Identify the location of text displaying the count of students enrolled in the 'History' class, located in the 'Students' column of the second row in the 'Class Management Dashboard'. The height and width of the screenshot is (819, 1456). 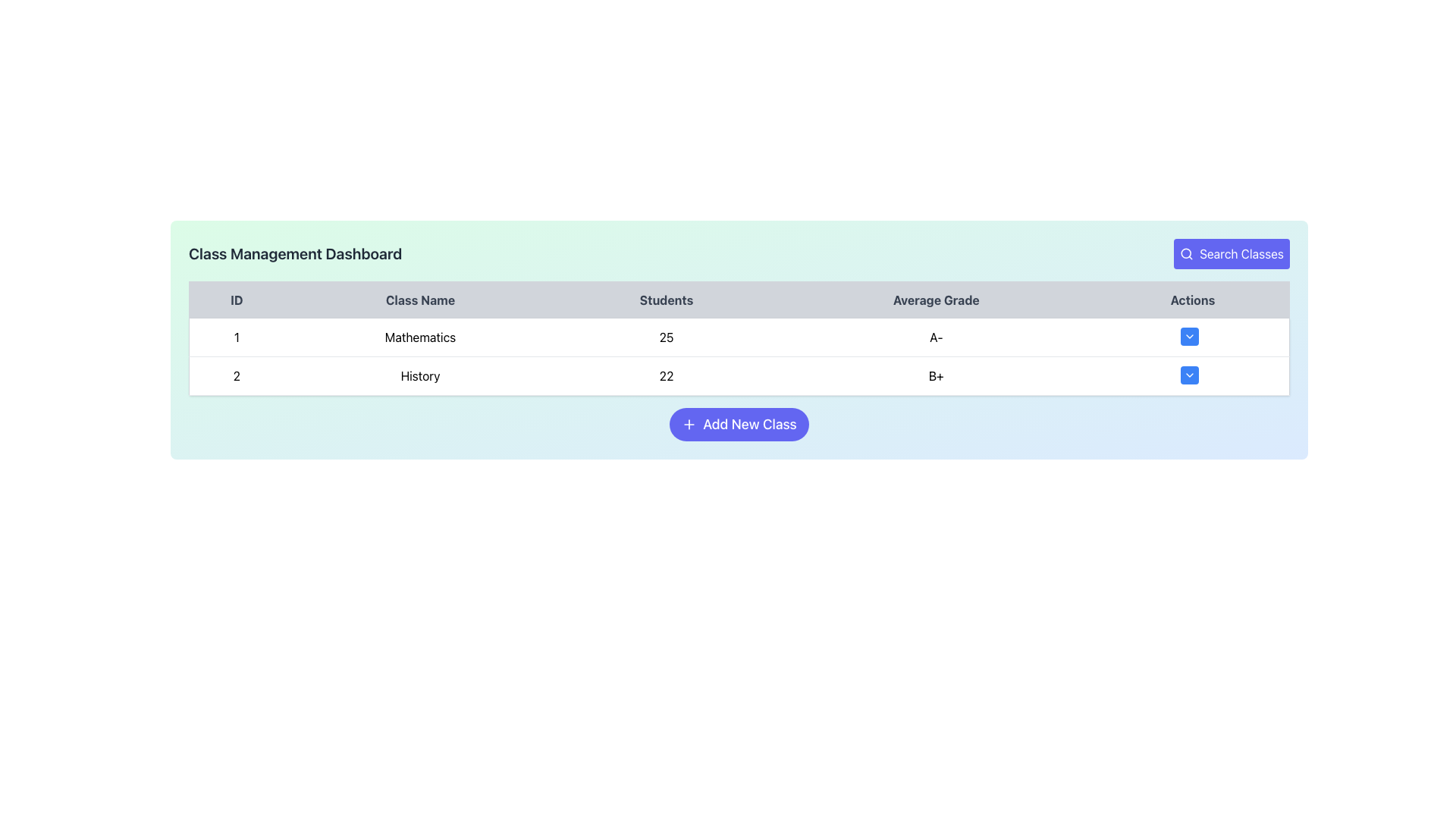
(666, 375).